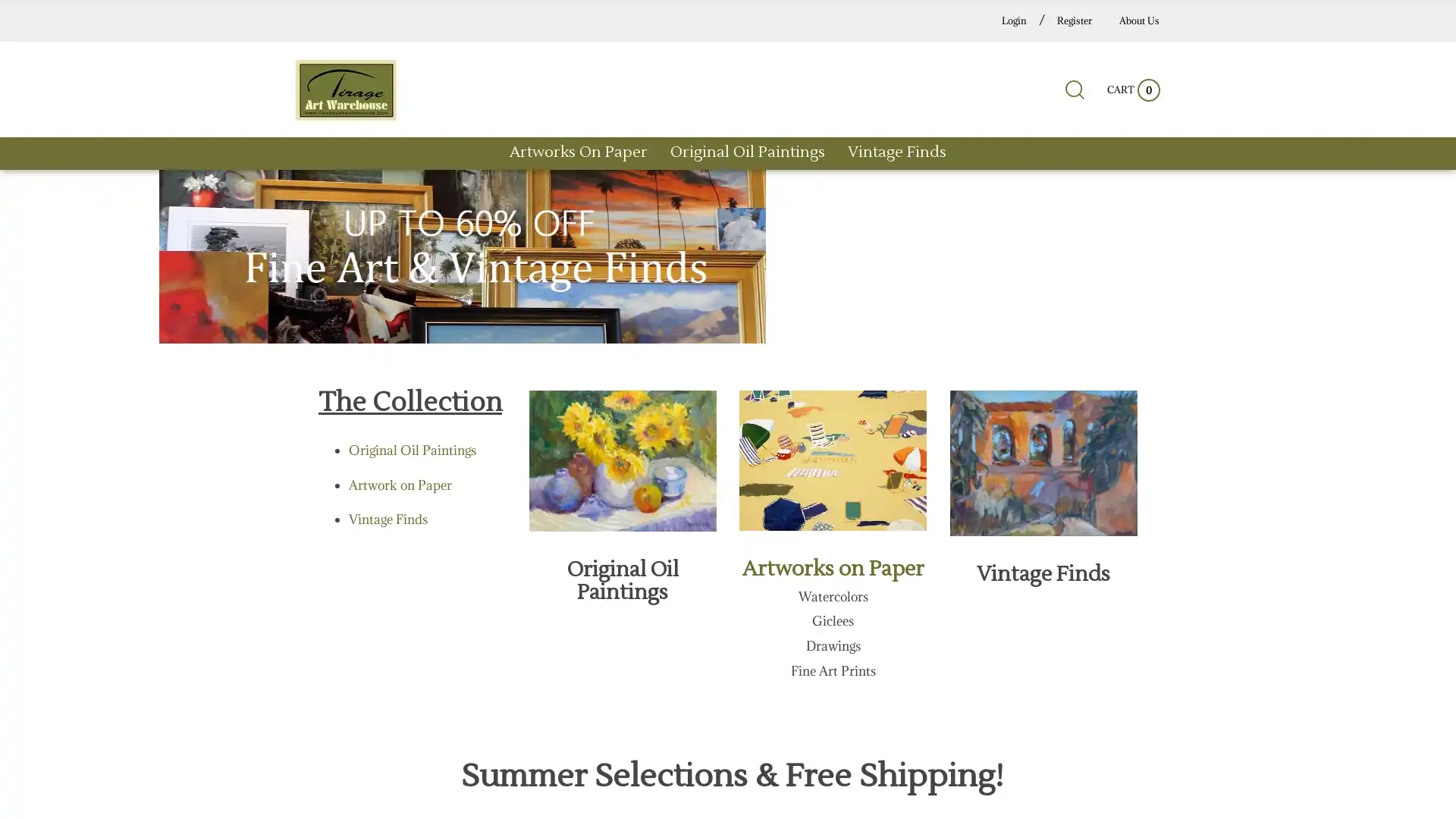 The width and height of the screenshot is (1456, 819). What do you see at coordinates (1093, 96) in the screenshot?
I see `Close search` at bounding box center [1093, 96].